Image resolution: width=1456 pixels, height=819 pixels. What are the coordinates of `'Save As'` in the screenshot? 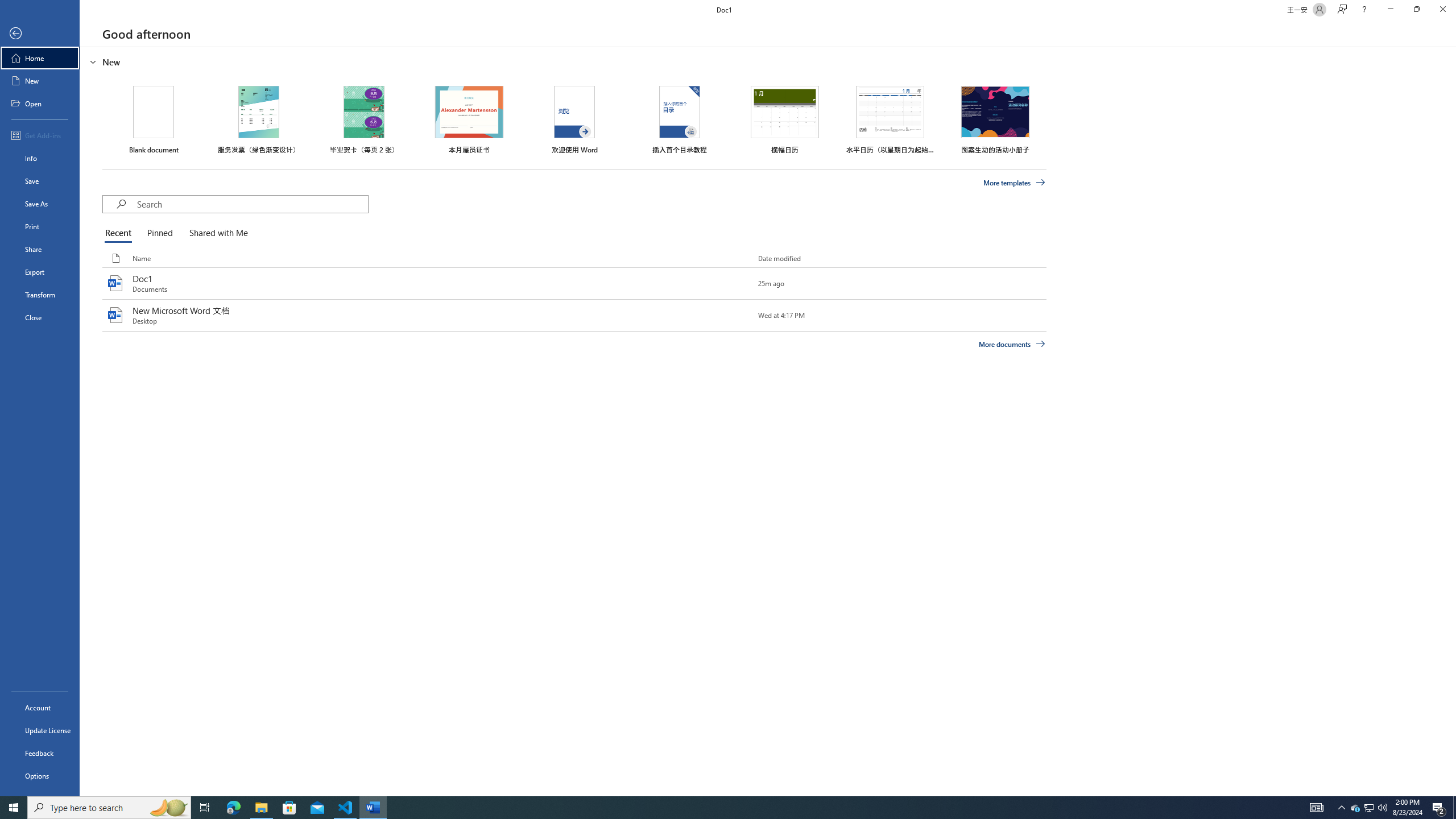 It's located at (39, 202).